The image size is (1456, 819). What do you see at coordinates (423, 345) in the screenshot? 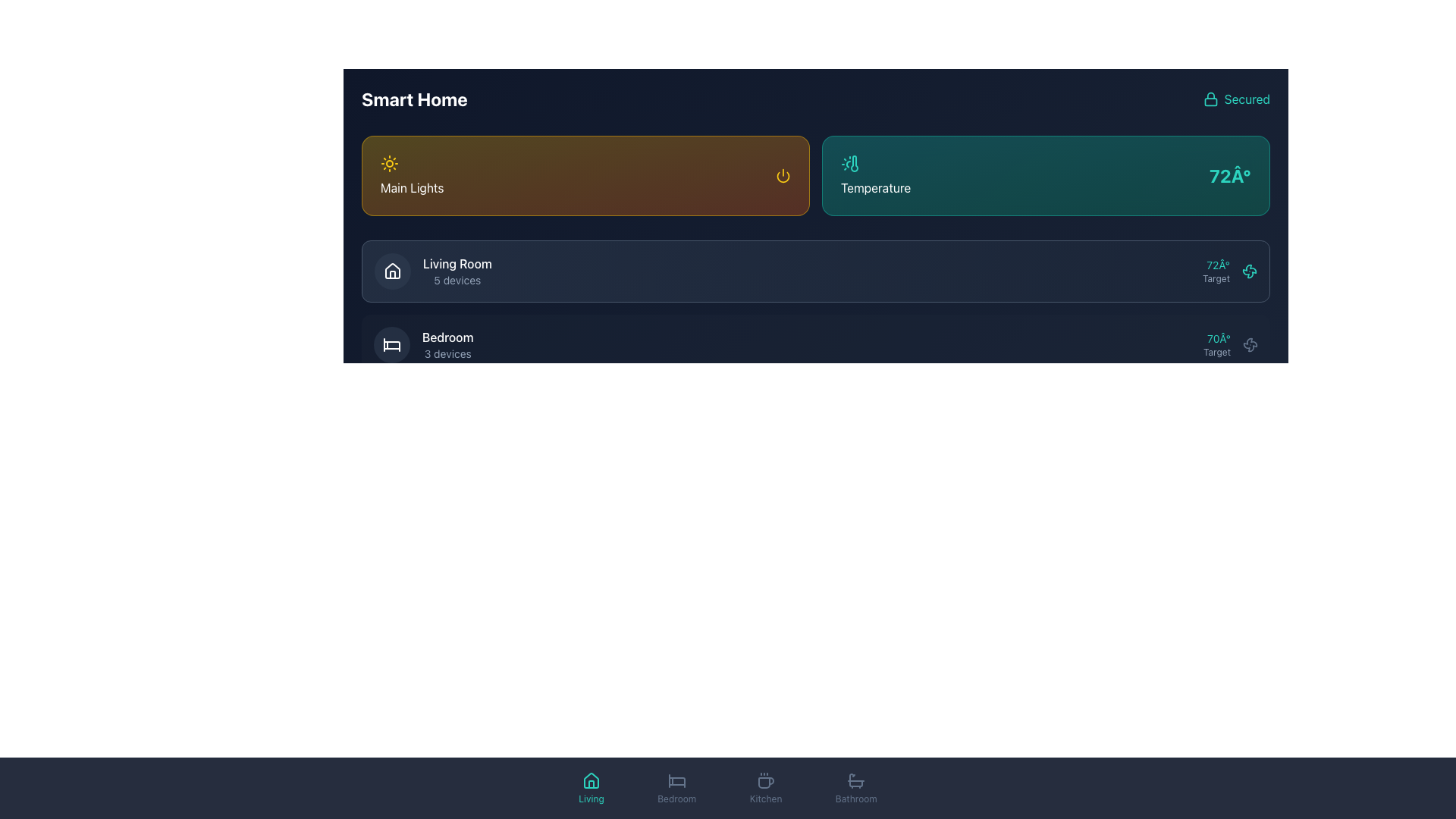
I see `the List item representing the summary of devices associated with the 'Bedroom' area` at bounding box center [423, 345].